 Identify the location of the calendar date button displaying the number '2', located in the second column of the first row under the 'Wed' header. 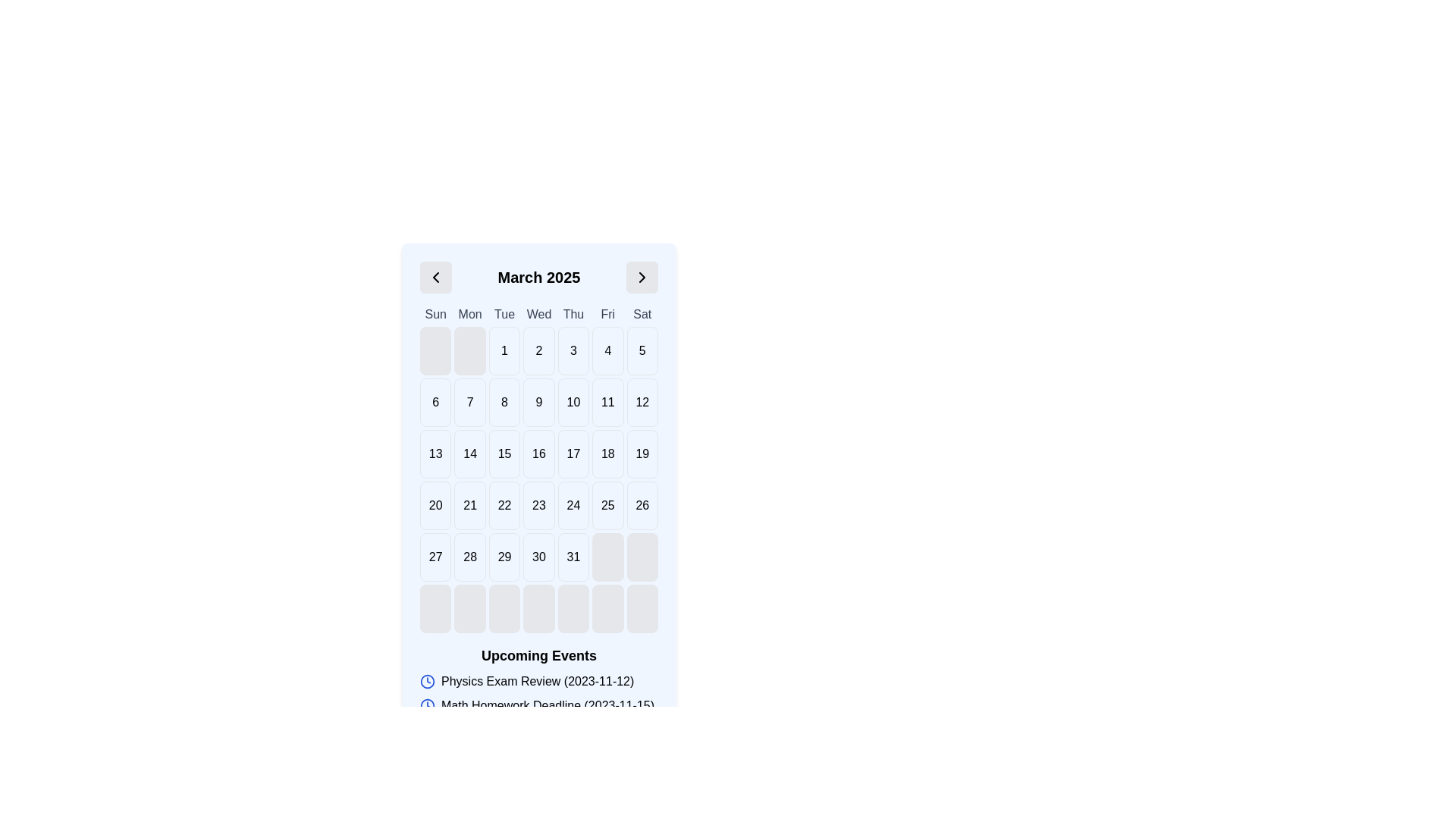
(538, 350).